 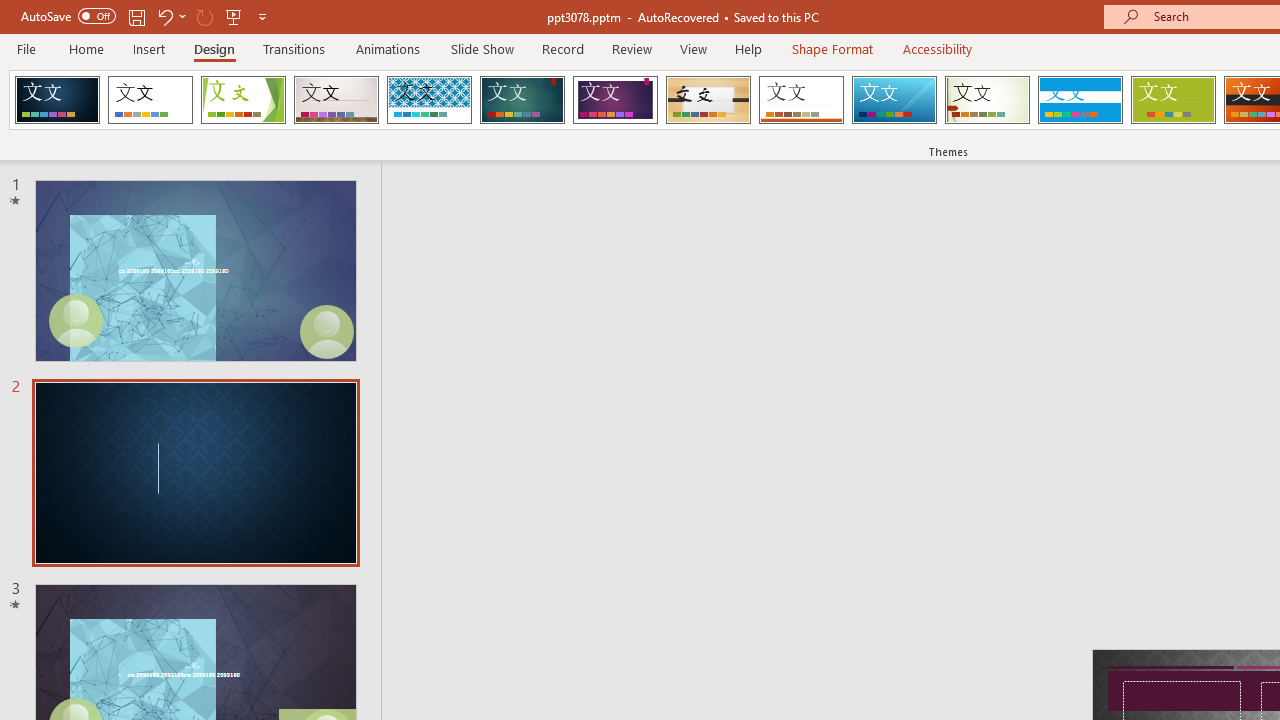 What do you see at coordinates (294, 48) in the screenshot?
I see `'Transitions'` at bounding box center [294, 48].